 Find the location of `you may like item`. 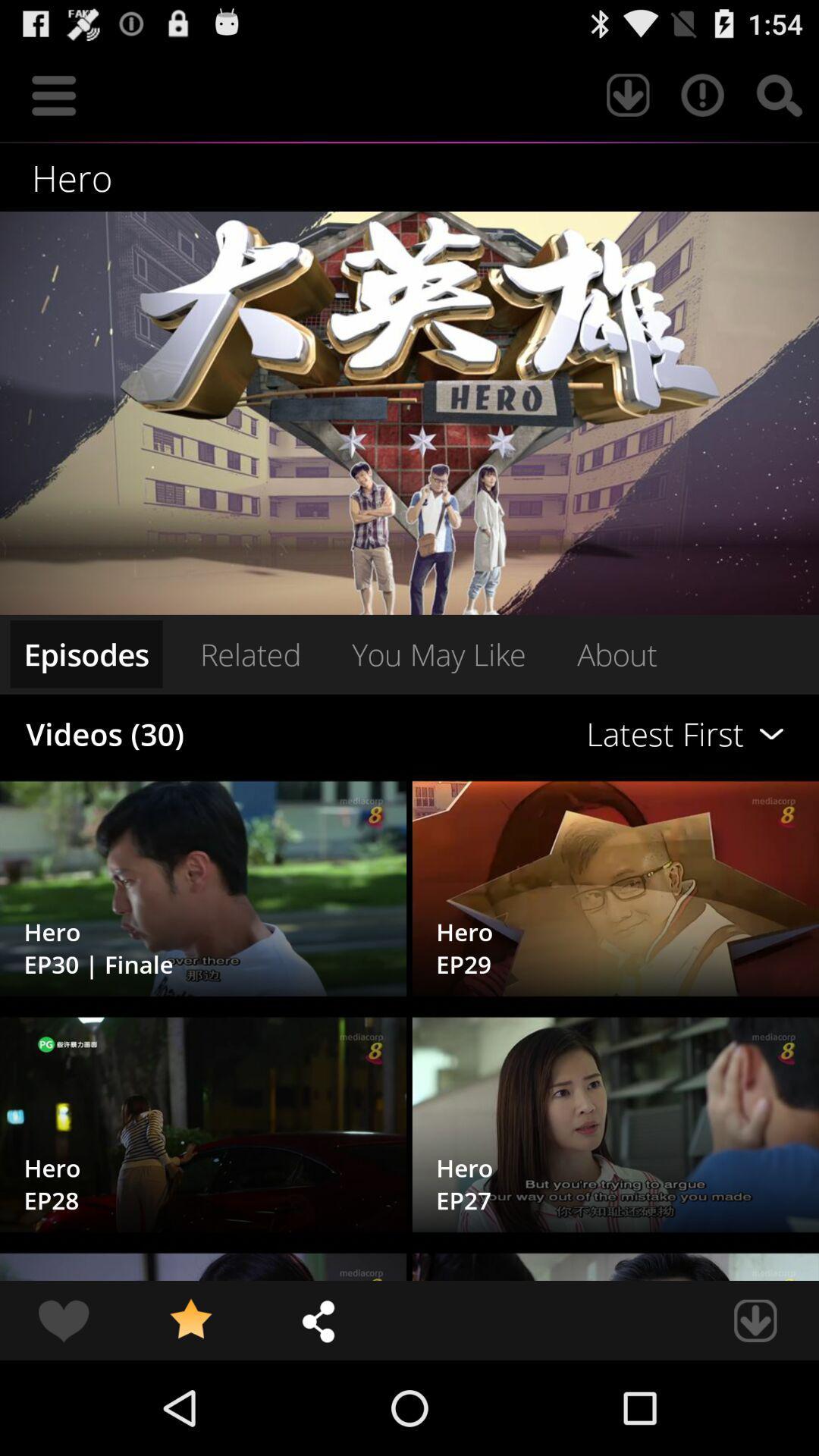

you may like item is located at coordinates (438, 654).